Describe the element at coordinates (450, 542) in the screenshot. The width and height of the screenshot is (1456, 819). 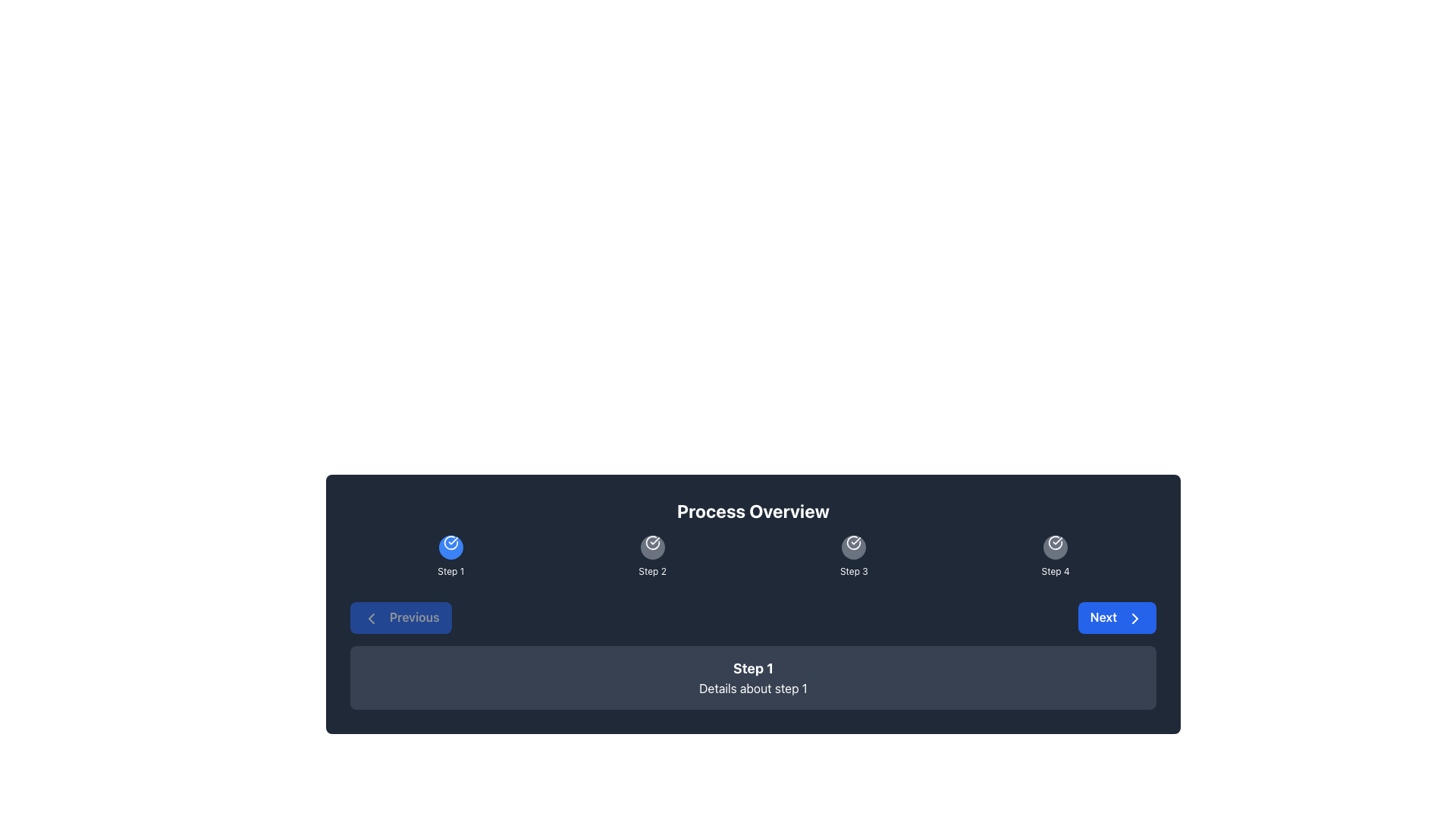
I see `the circular blue icon labeled 'Step 1' which contains a checkmark inside, serving as the primary visual indicator` at that location.